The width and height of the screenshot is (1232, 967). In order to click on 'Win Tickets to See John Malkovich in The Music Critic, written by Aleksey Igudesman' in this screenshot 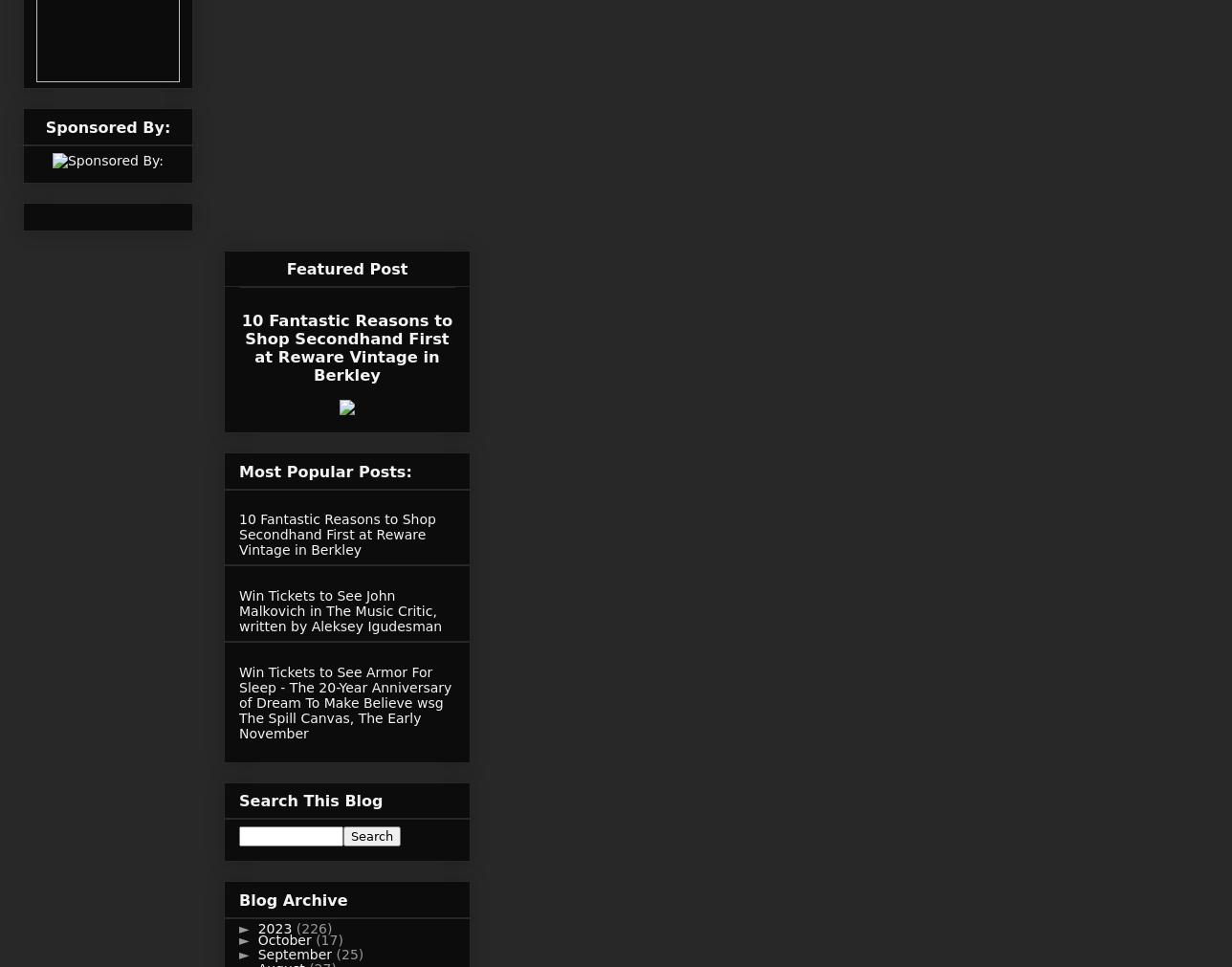, I will do `click(341, 610)`.